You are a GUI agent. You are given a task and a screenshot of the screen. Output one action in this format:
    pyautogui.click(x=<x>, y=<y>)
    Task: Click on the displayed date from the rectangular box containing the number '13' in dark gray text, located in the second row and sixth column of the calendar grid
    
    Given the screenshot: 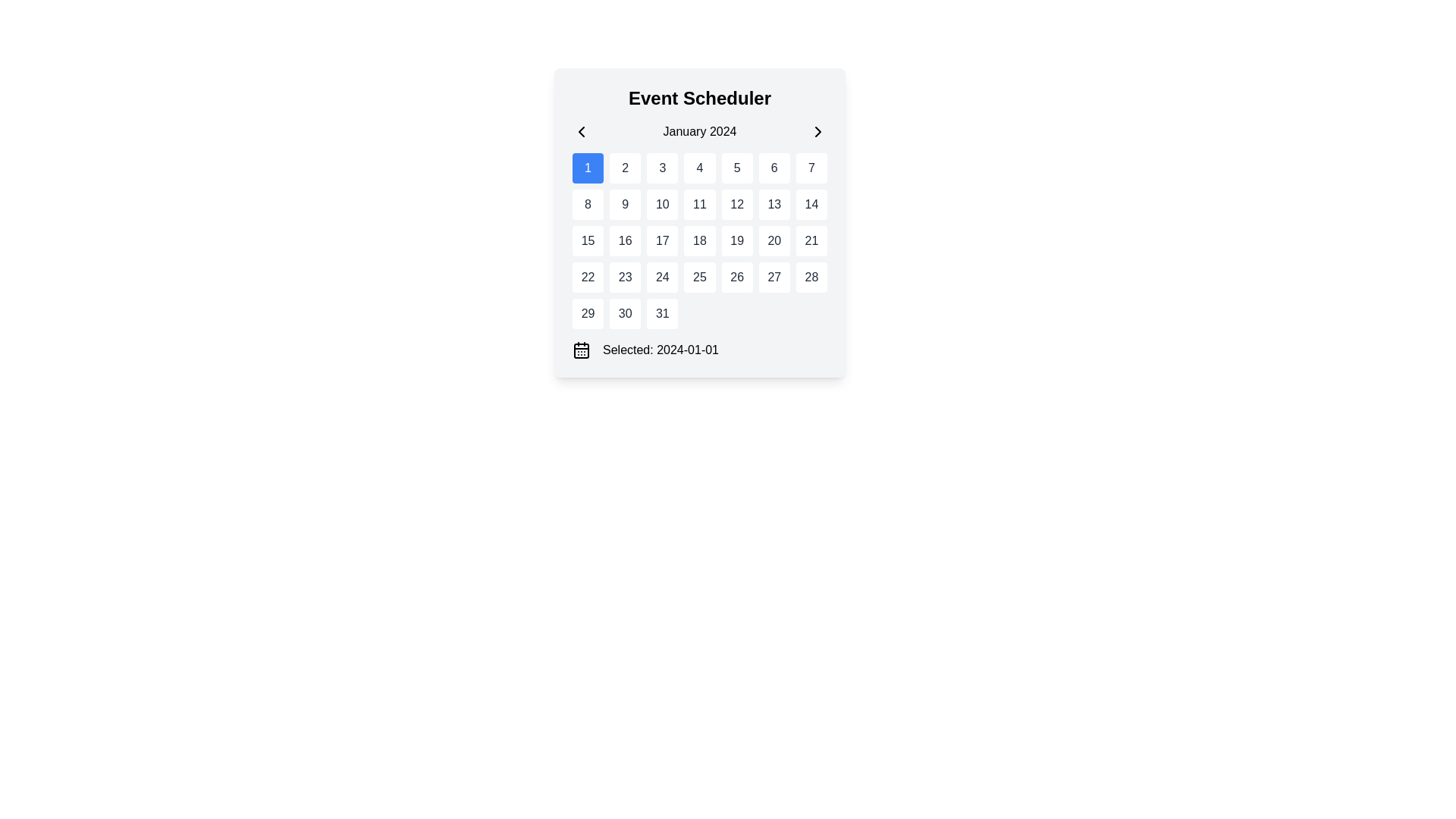 What is the action you would take?
    pyautogui.click(x=774, y=205)
    